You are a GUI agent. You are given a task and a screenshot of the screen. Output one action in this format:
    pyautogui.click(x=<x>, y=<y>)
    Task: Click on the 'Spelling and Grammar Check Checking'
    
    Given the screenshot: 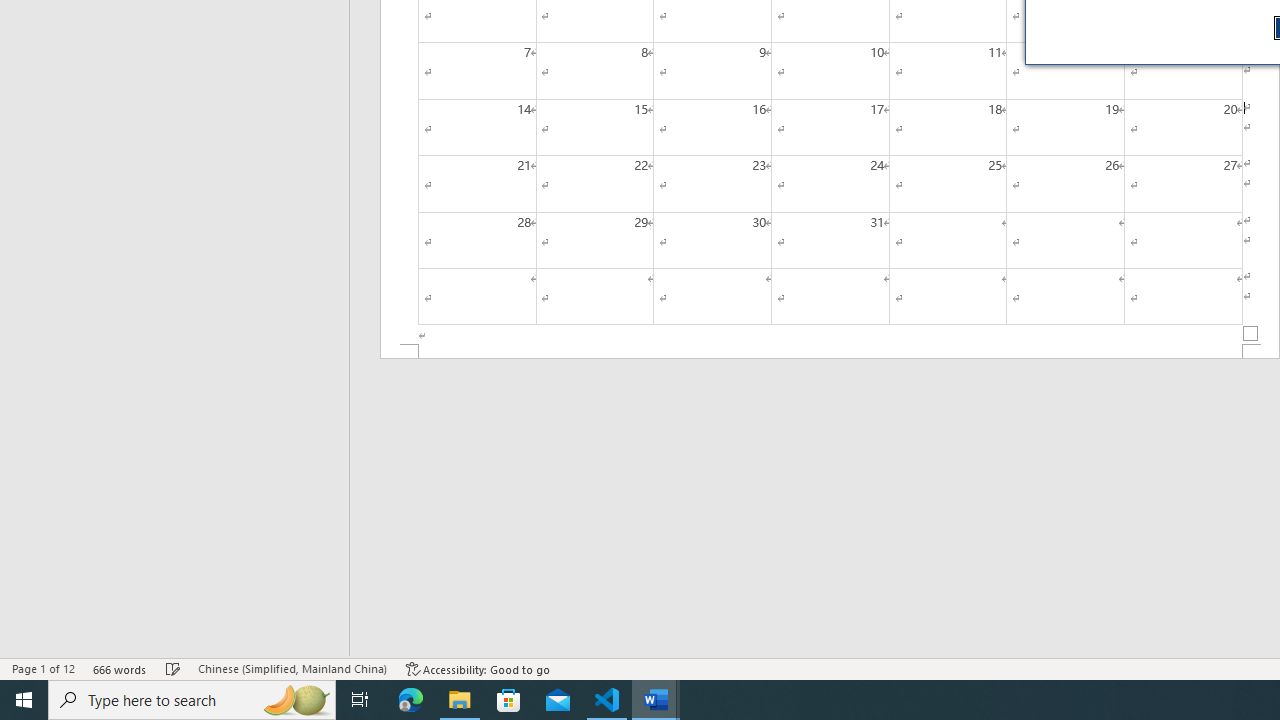 What is the action you would take?
    pyautogui.click(x=173, y=669)
    